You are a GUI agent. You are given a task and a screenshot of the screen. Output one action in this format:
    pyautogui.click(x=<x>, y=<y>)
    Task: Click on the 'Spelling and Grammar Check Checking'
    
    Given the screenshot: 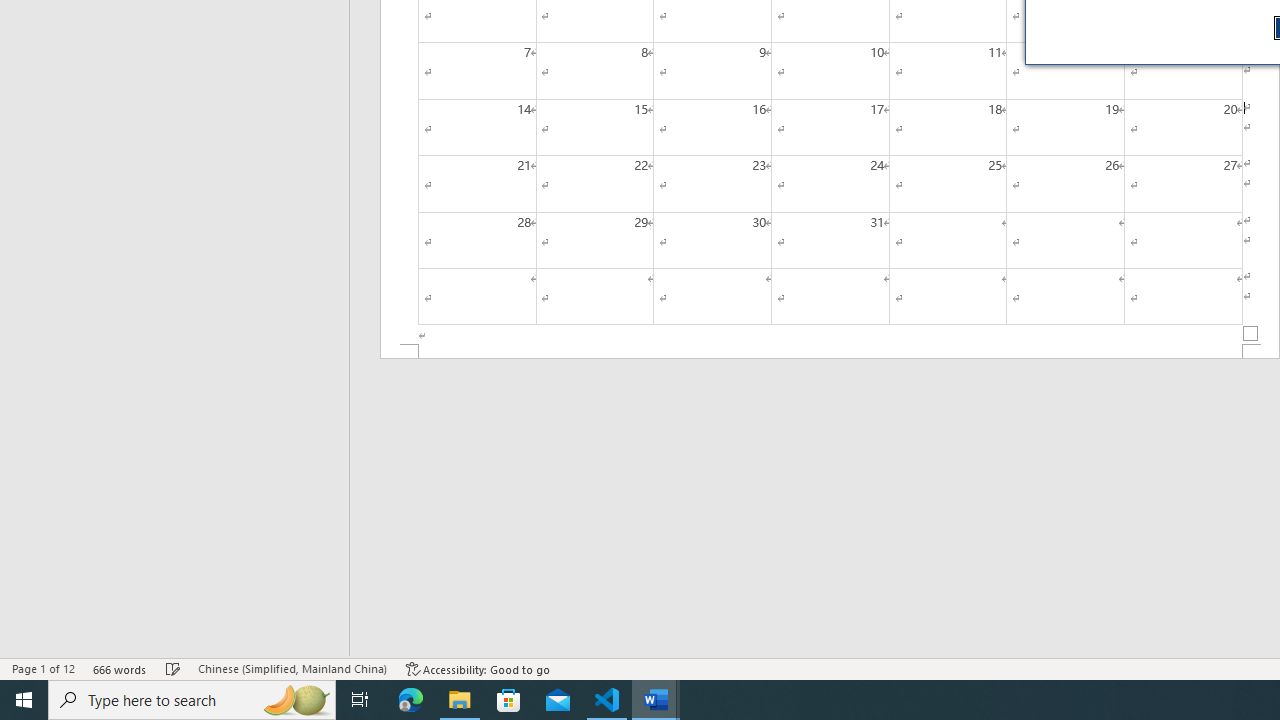 What is the action you would take?
    pyautogui.click(x=173, y=669)
    